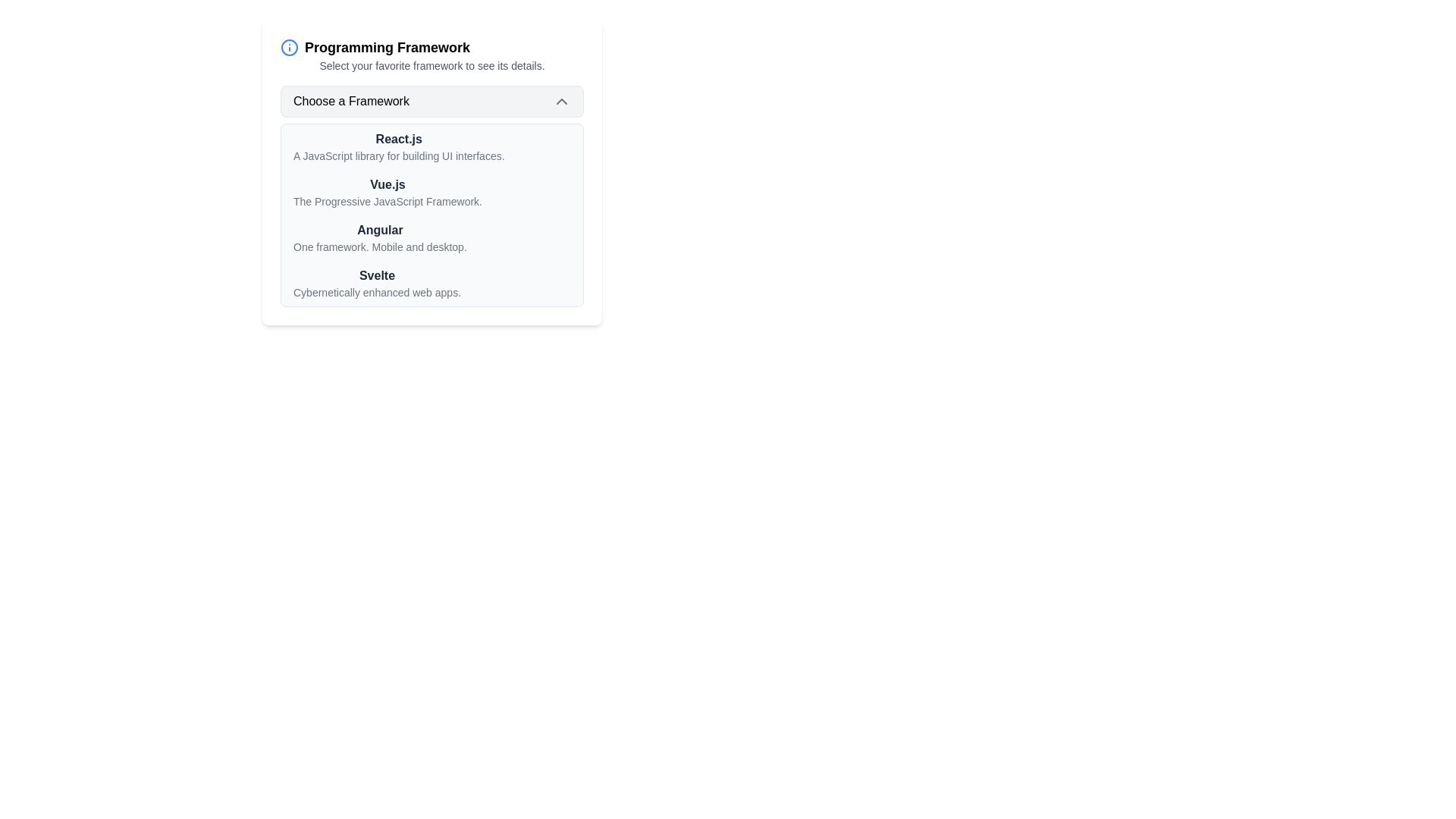 The height and width of the screenshot is (819, 1456). What do you see at coordinates (388, 184) in the screenshot?
I see `the 'Vue.js' text label, which is the second item in the 'Choose a Framework' list` at bounding box center [388, 184].